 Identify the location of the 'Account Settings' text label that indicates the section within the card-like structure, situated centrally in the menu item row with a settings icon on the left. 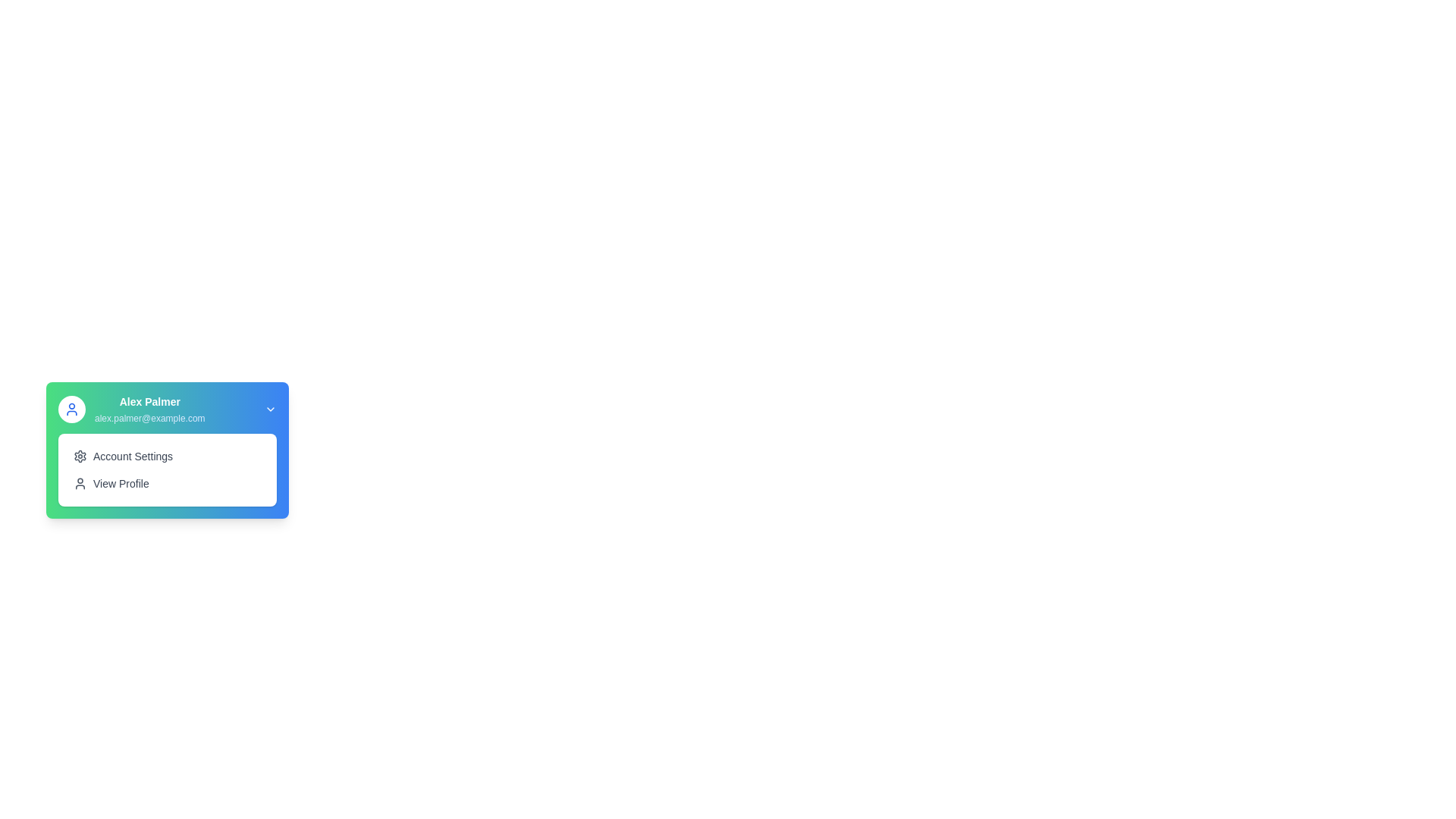
(133, 455).